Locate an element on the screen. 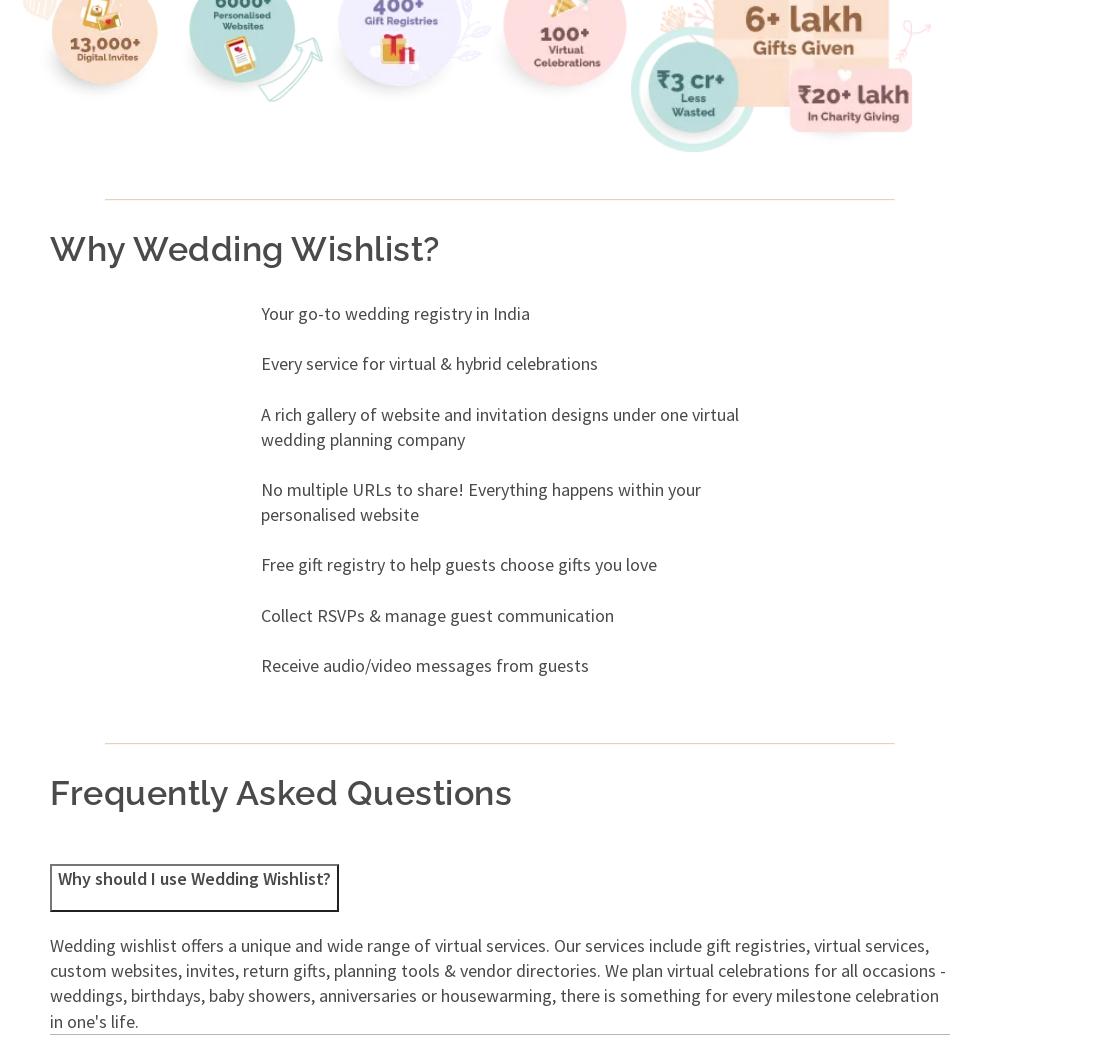 This screenshot has height=1051, width=1113. 'No multiple URLs to share! Everything happens within your personalised website' is located at coordinates (480, 501).